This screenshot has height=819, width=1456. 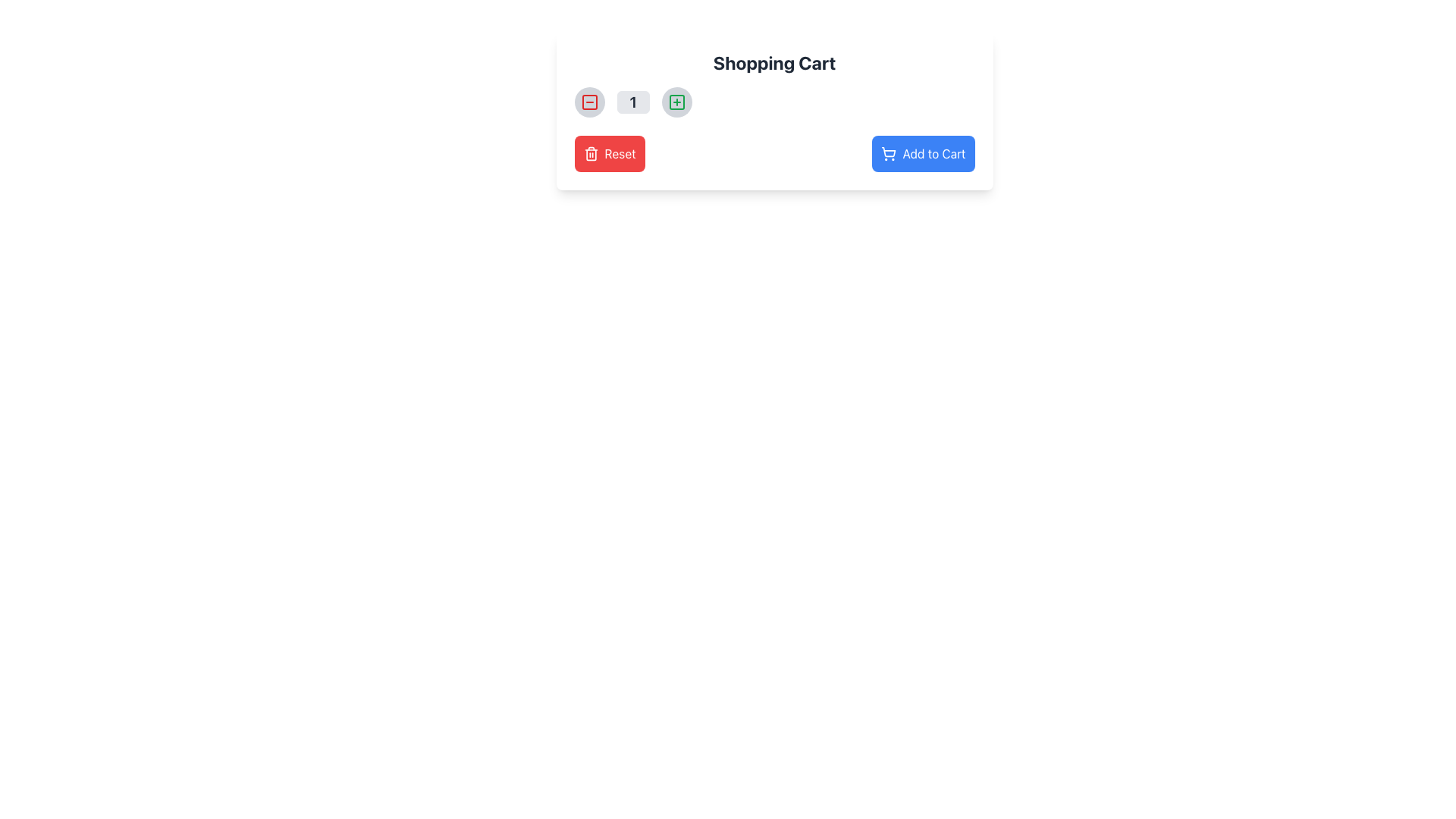 What do you see at coordinates (889, 152) in the screenshot?
I see `the graphic representation of the shopping cart icon, specifically focusing on the main basket area which is outlined by a linear design` at bounding box center [889, 152].